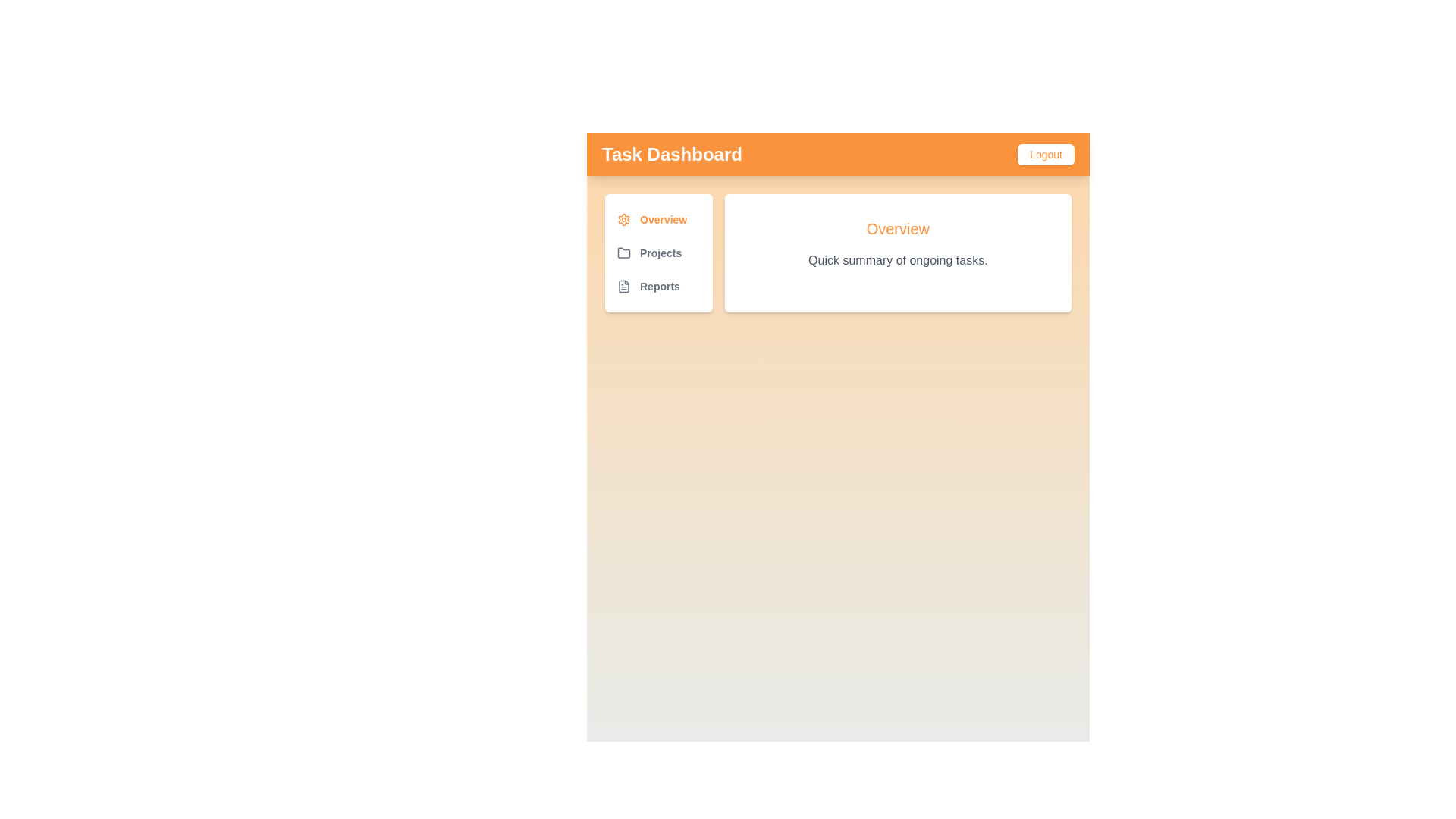 The height and width of the screenshot is (819, 1456). Describe the element at coordinates (658, 253) in the screenshot. I see `the 'Projects' navigational menu item, which is represented by text and an accompanying icon` at that location.